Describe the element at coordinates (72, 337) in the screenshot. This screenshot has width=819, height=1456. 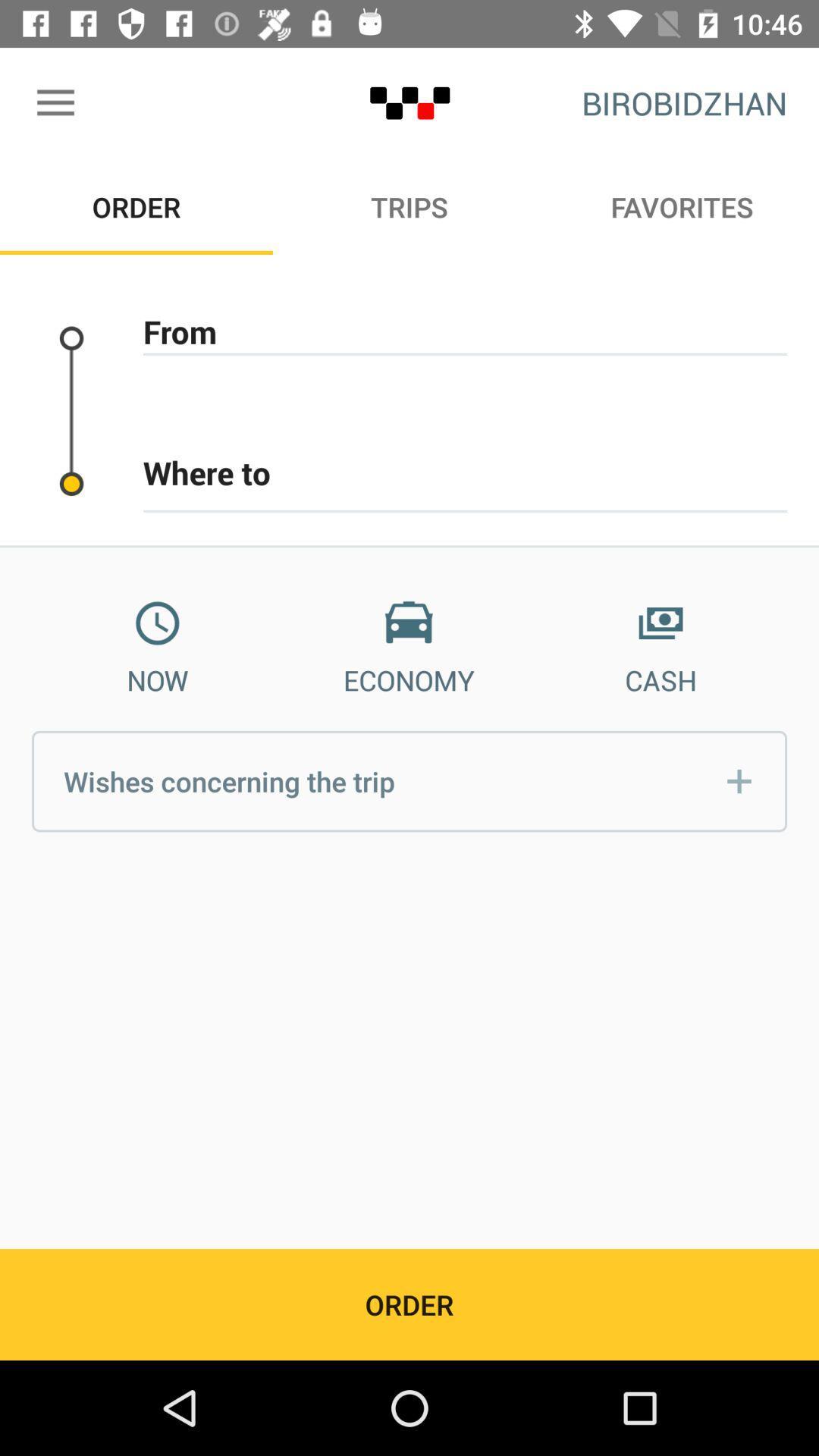
I see `the symbol which is beside from` at that location.